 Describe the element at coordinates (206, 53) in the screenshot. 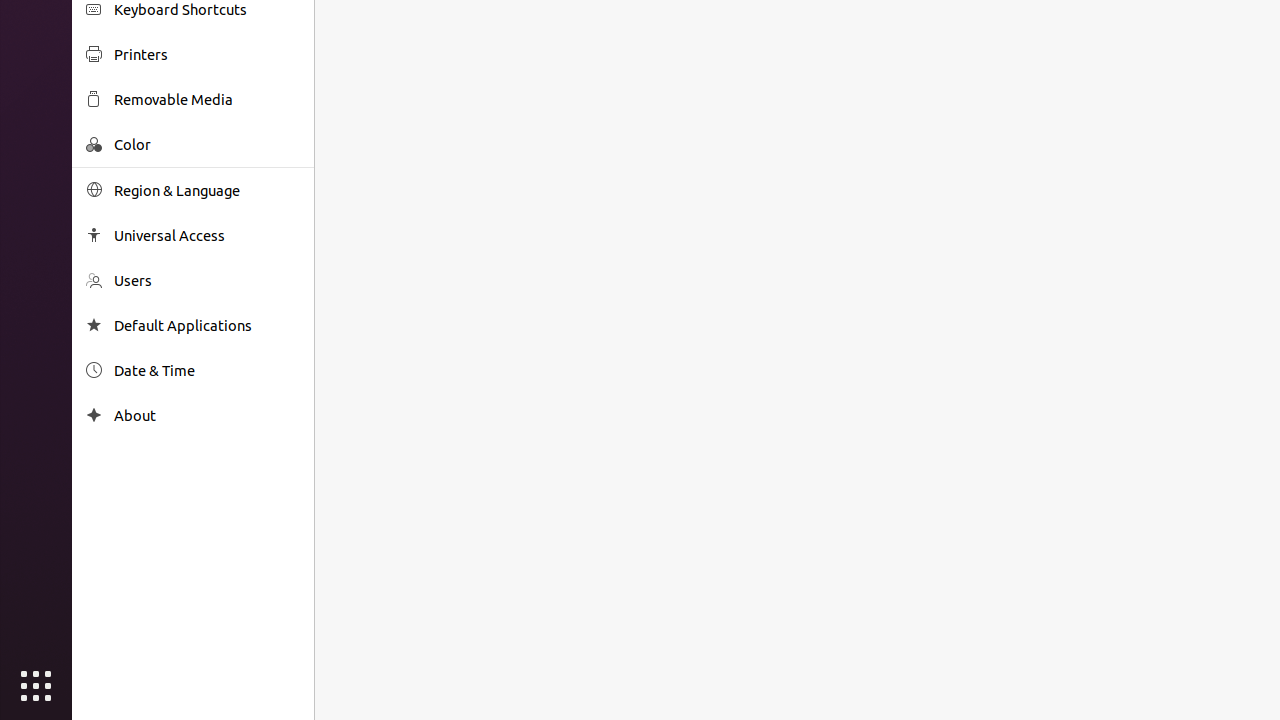

I see `'Printers'` at that location.